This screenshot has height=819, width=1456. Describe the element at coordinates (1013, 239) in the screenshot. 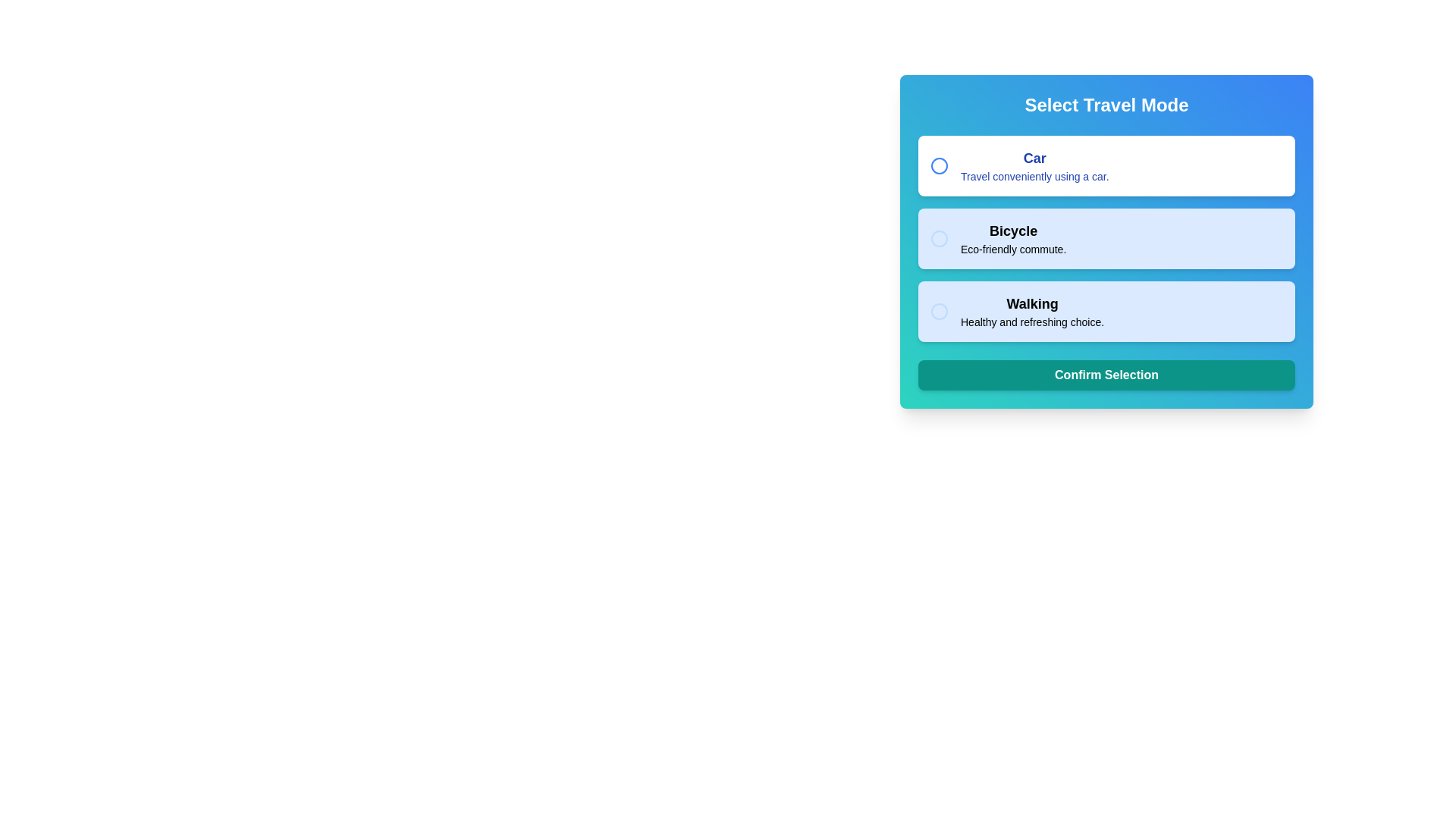

I see `the selectable list item labeled 'Bicycle'` at that location.